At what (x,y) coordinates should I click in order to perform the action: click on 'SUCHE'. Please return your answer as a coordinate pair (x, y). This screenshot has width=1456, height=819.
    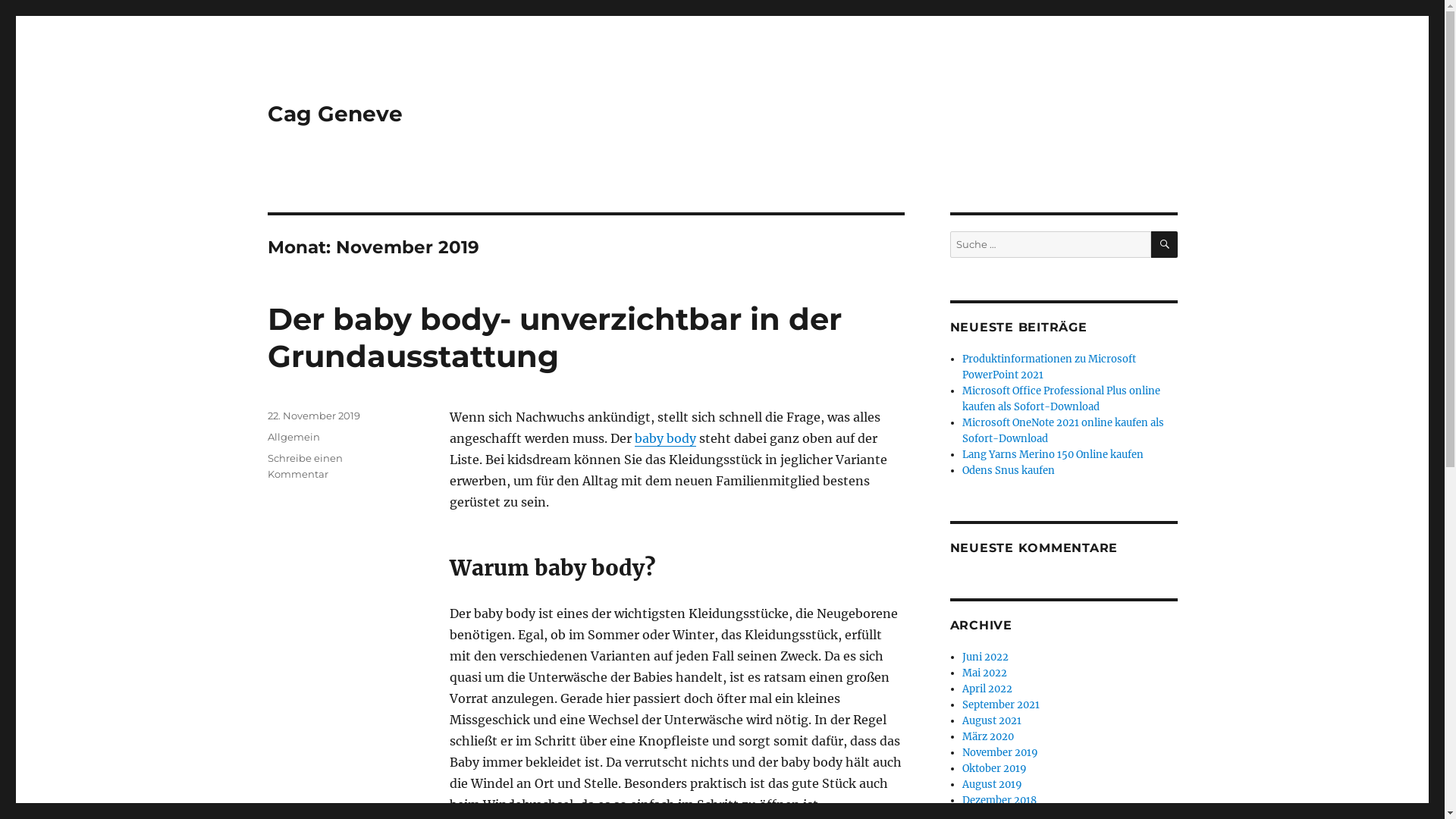
    Looking at the image, I should click on (1163, 243).